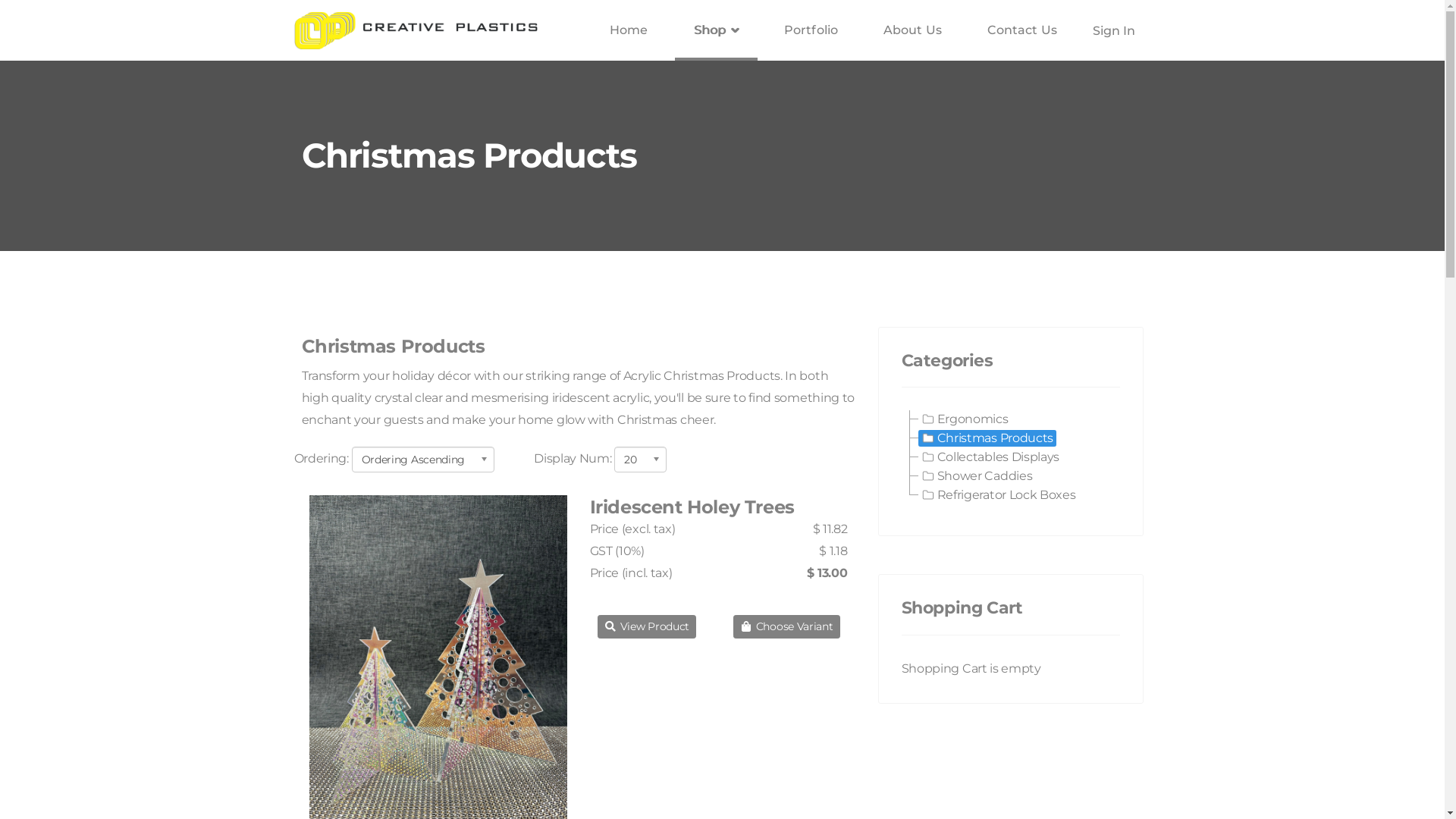  Describe the element at coordinates (963, 419) in the screenshot. I see `'Ergonomics'` at that location.